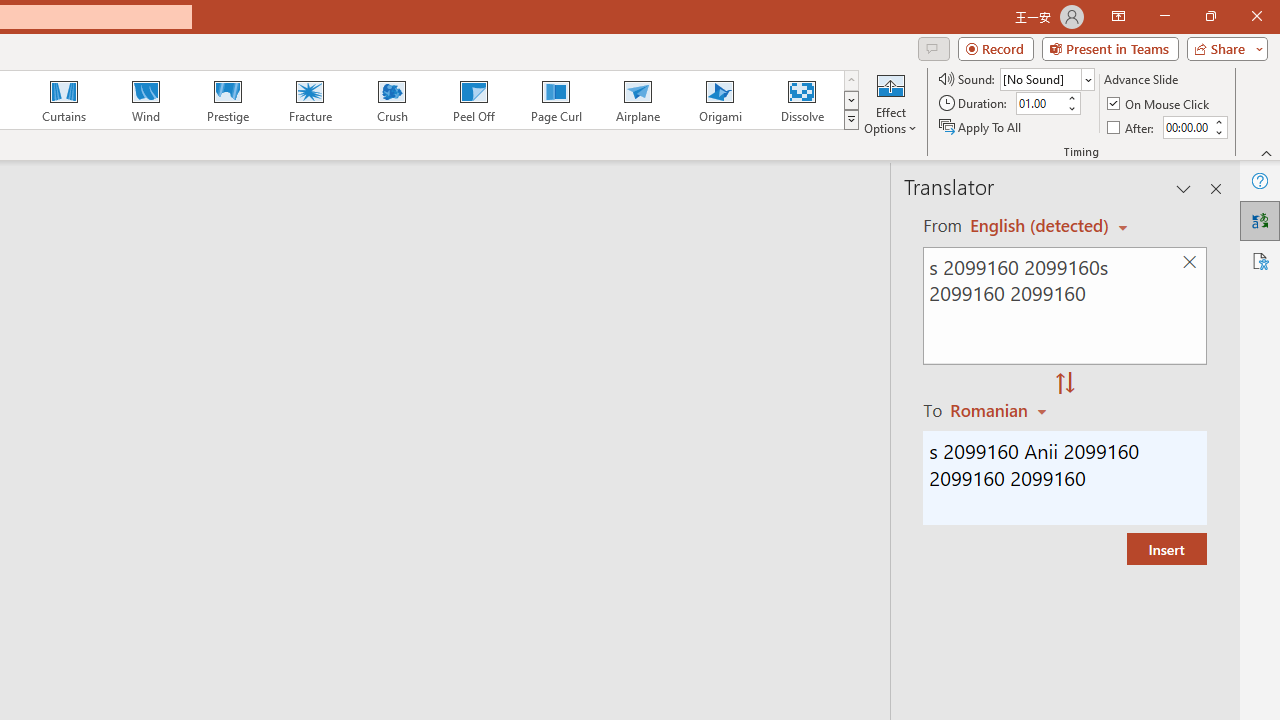 This screenshot has height=720, width=1280. What do you see at coordinates (981, 127) in the screenshot?
I see `'Apply To All'` at bounding box center [981, 127].